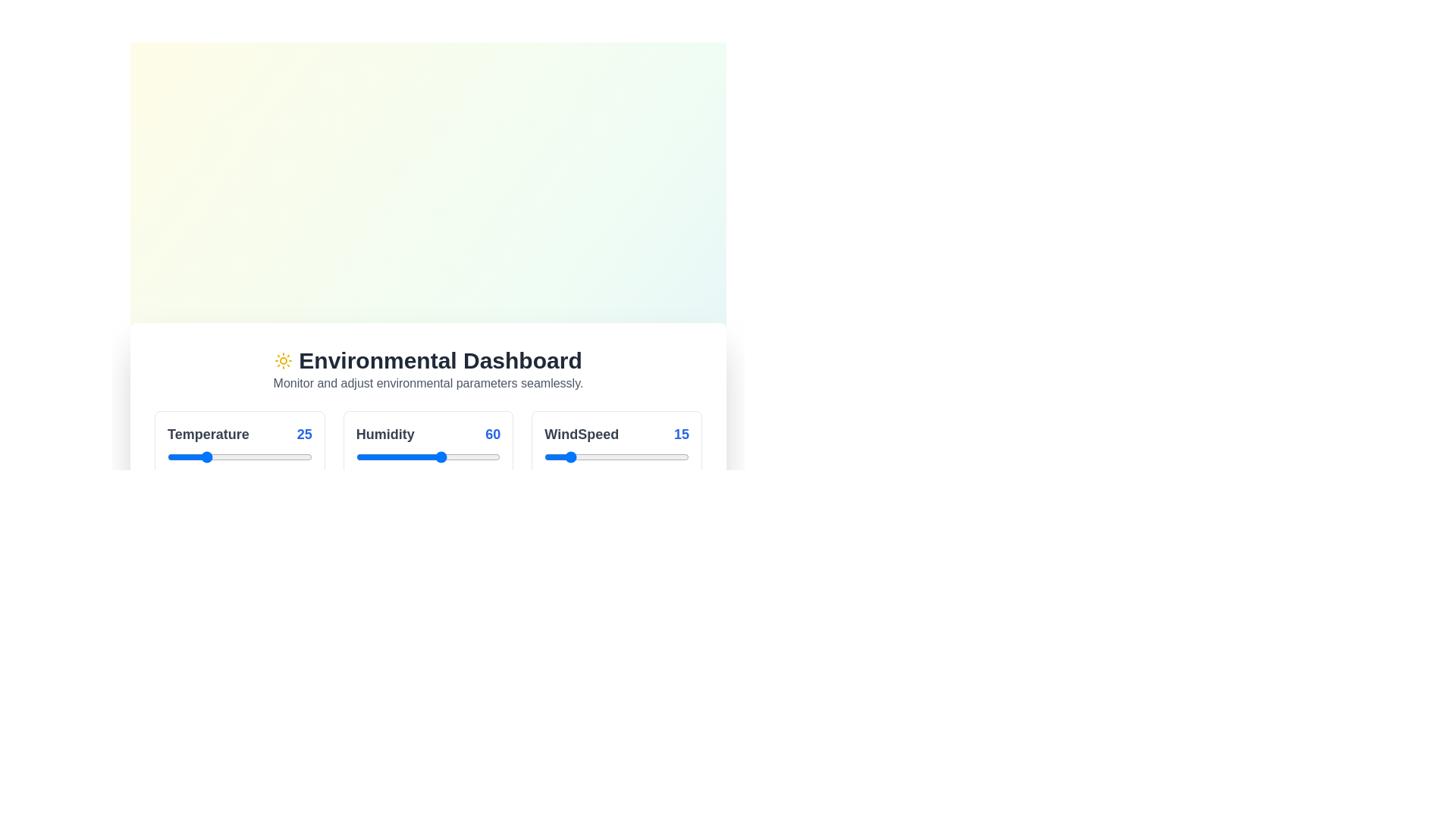 This screenshot has width=1456, height=819. I want to click on the temperature, so click(267, 456).